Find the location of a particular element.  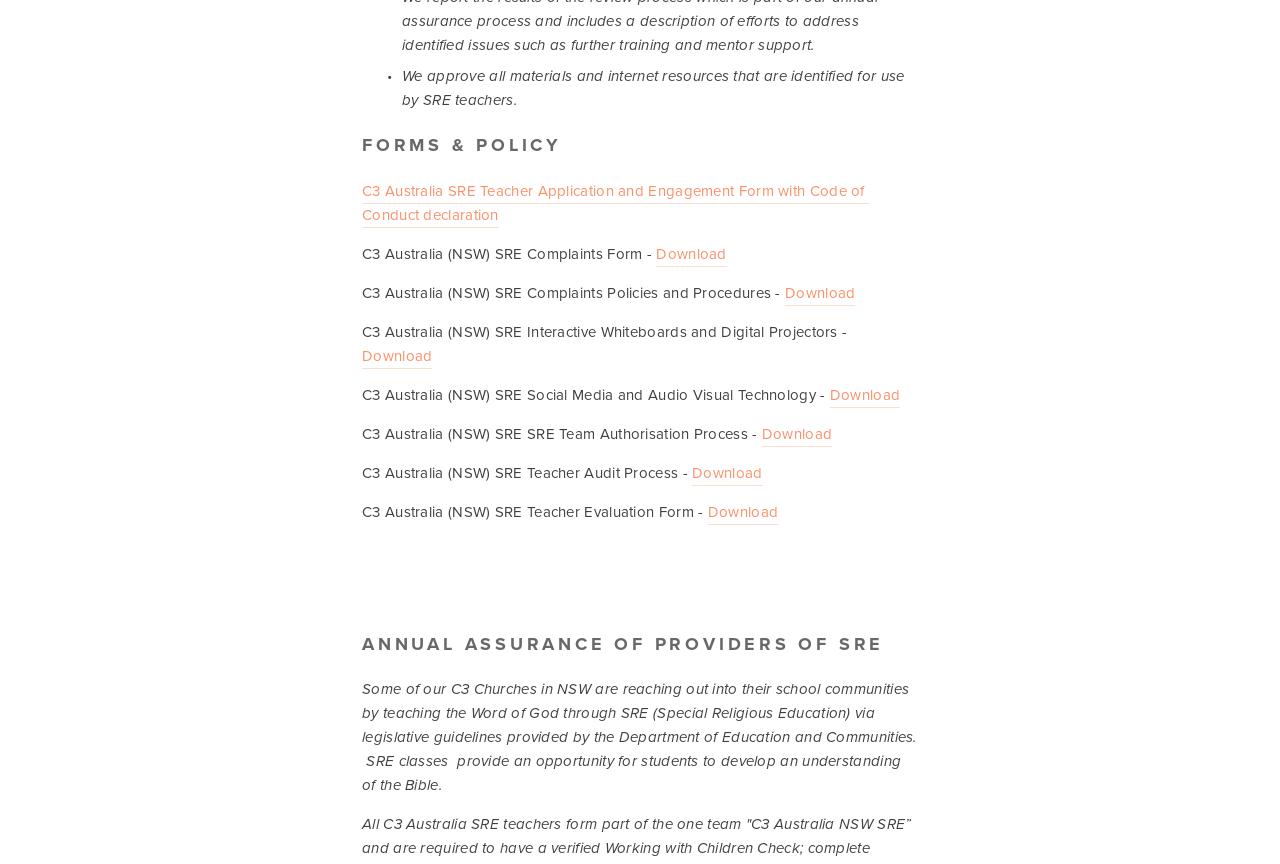

'C3 Australia (NSW) SRE Complaints Form -' is located at coordinates (361, 252).